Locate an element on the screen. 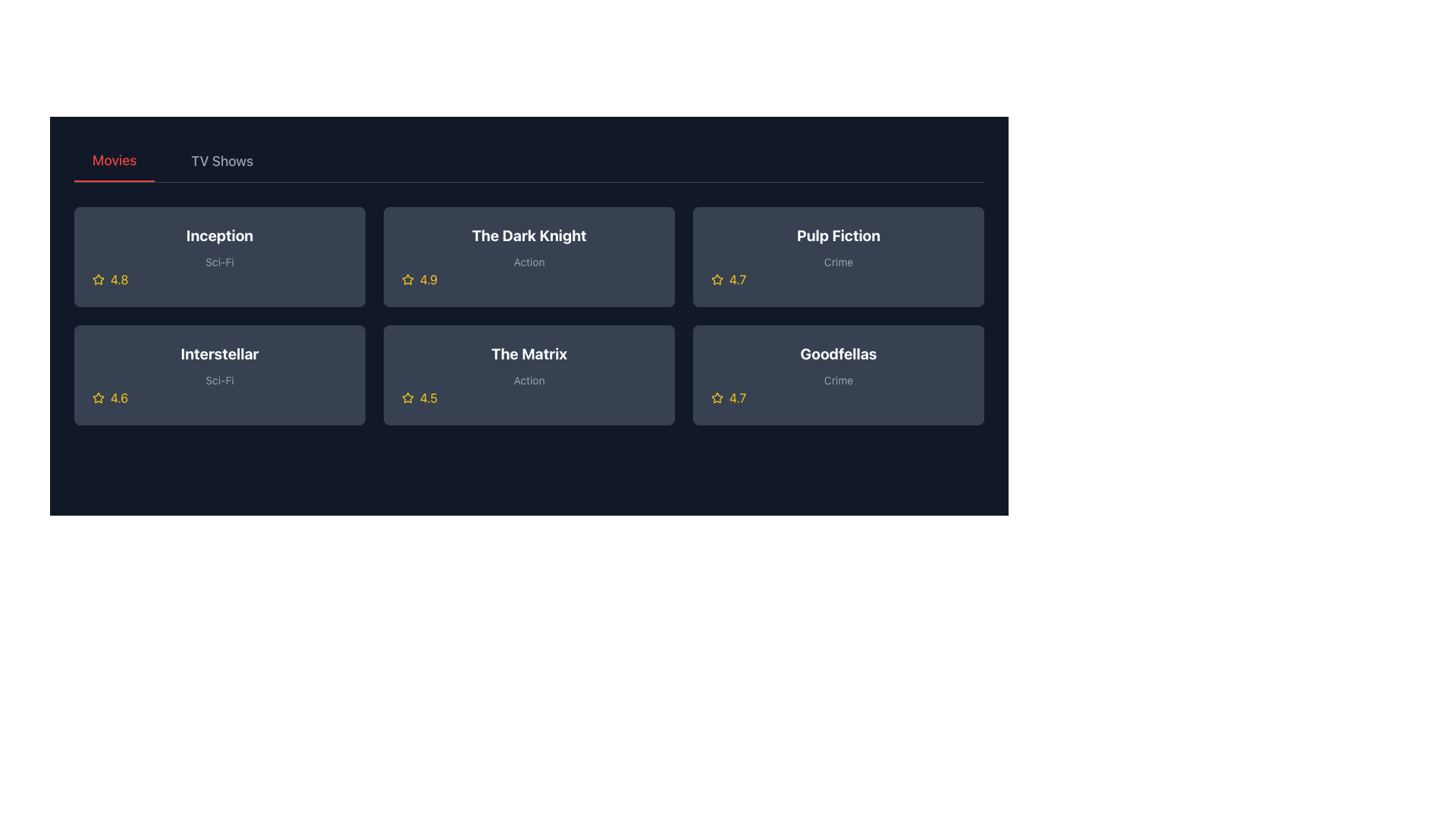 The width and height of the screenshot is (1456, 819). the rating display for the movie 'Goodfellas', located in the bottom-right corner of its card in the grid view is located at coordinates (837, 397).